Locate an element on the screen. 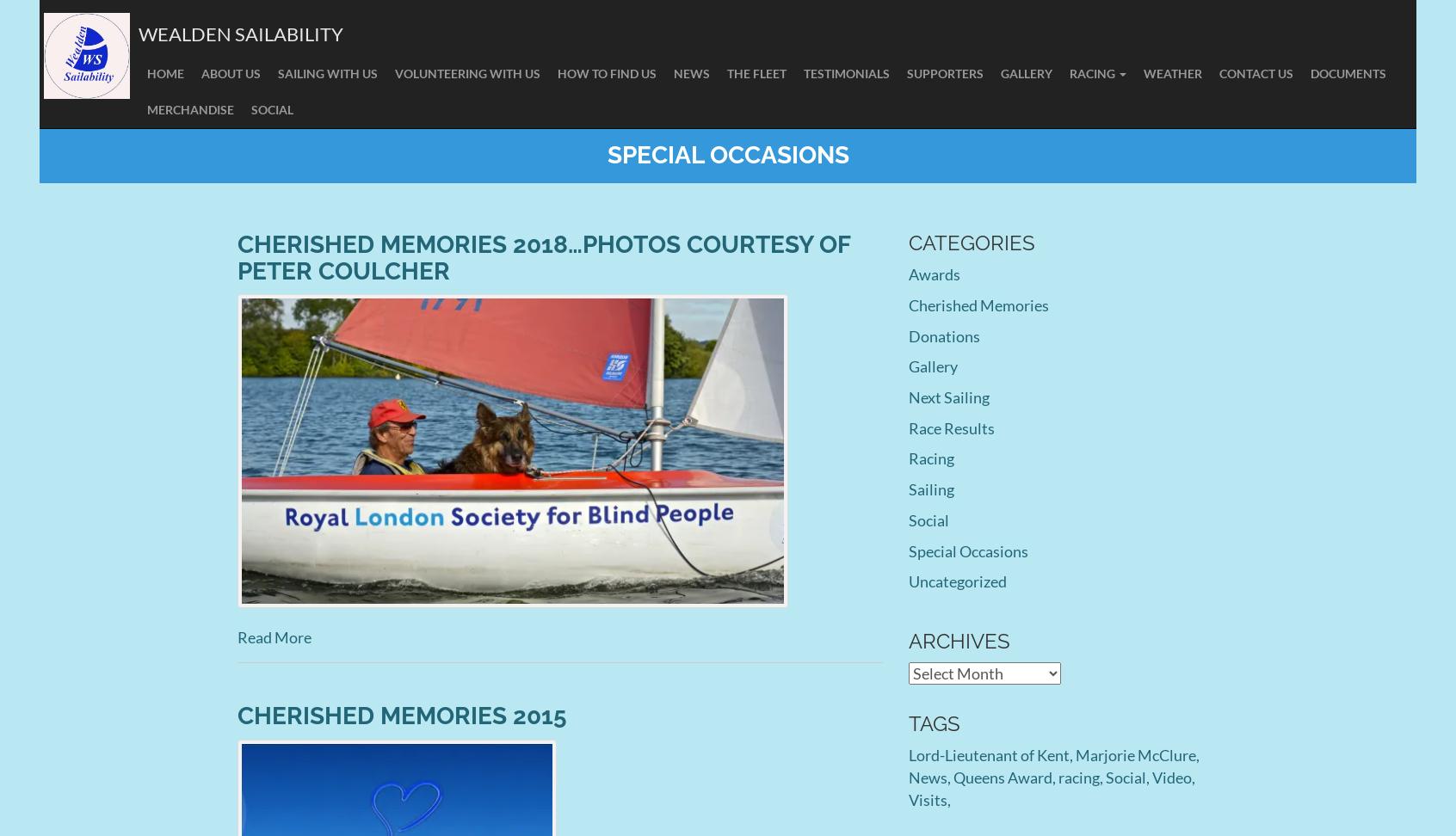 Image resolution: width=1456 pixels, height=836 pixels. 'Merchandise' is located at coordinates (146, 109).